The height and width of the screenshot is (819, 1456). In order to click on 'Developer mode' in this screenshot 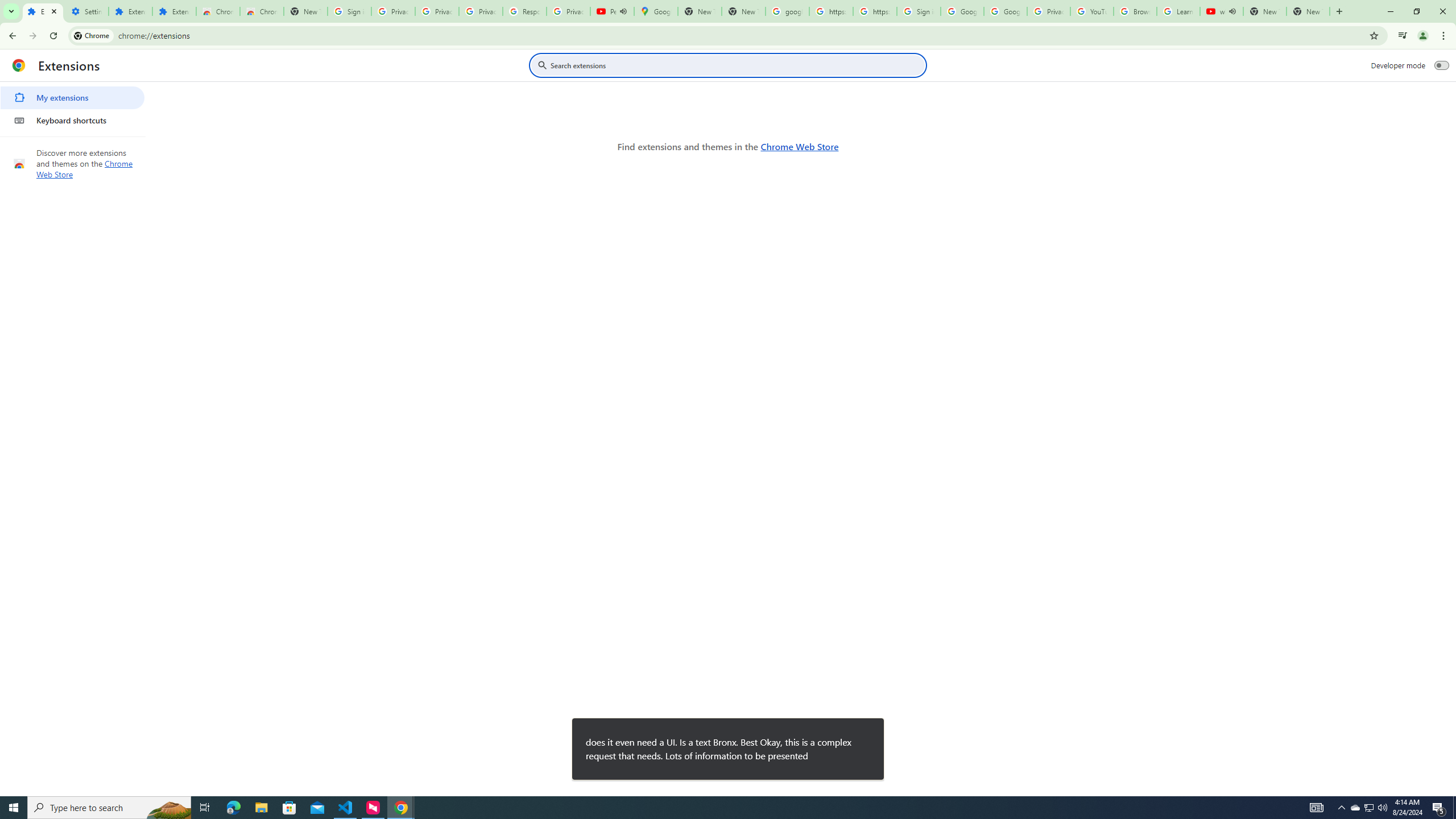, I will do `click(1442, 65)`.